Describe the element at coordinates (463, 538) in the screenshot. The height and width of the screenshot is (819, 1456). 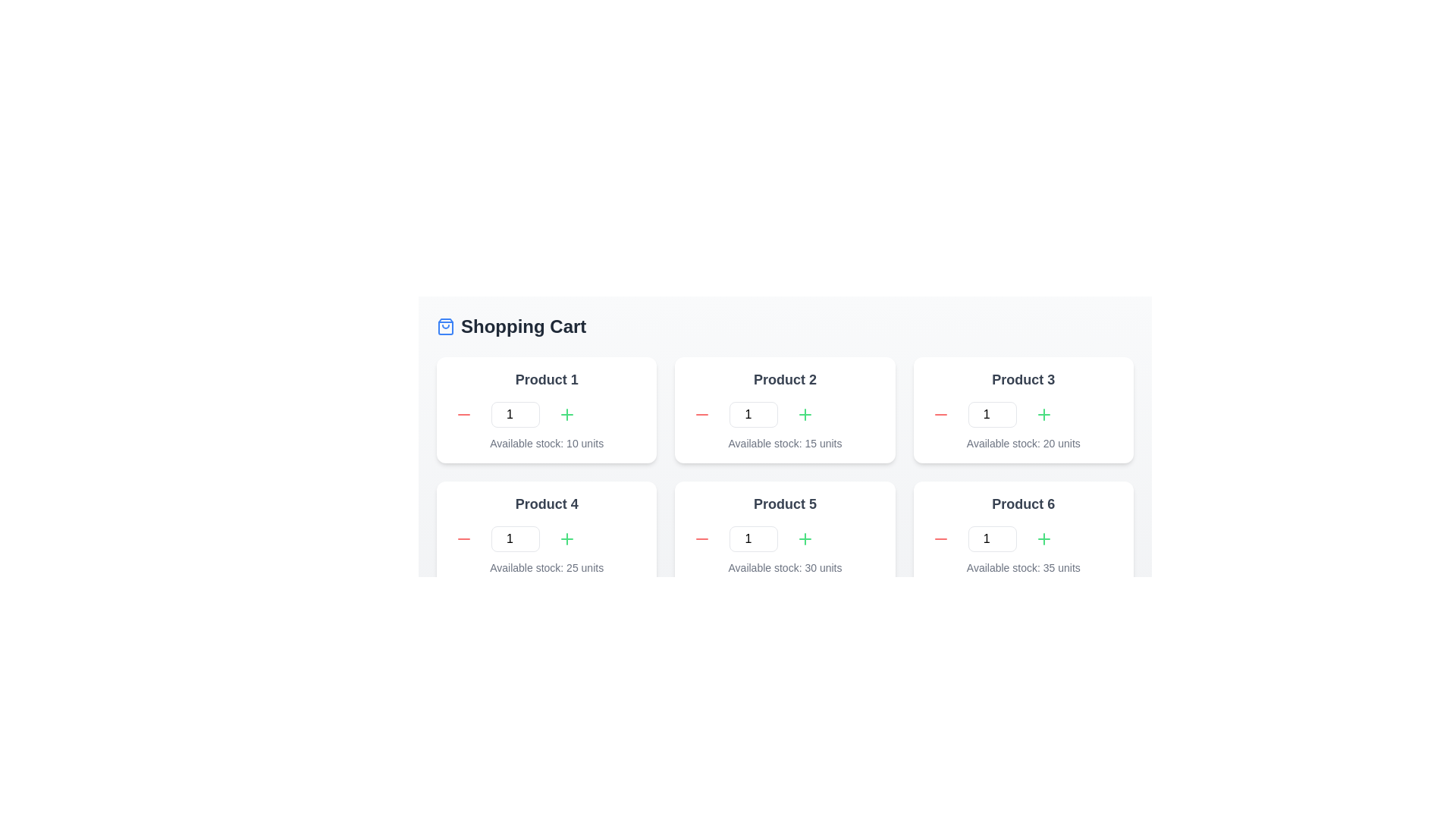
I see `the minus button for 'Product 4' to reduce its quantity by one` at that location.